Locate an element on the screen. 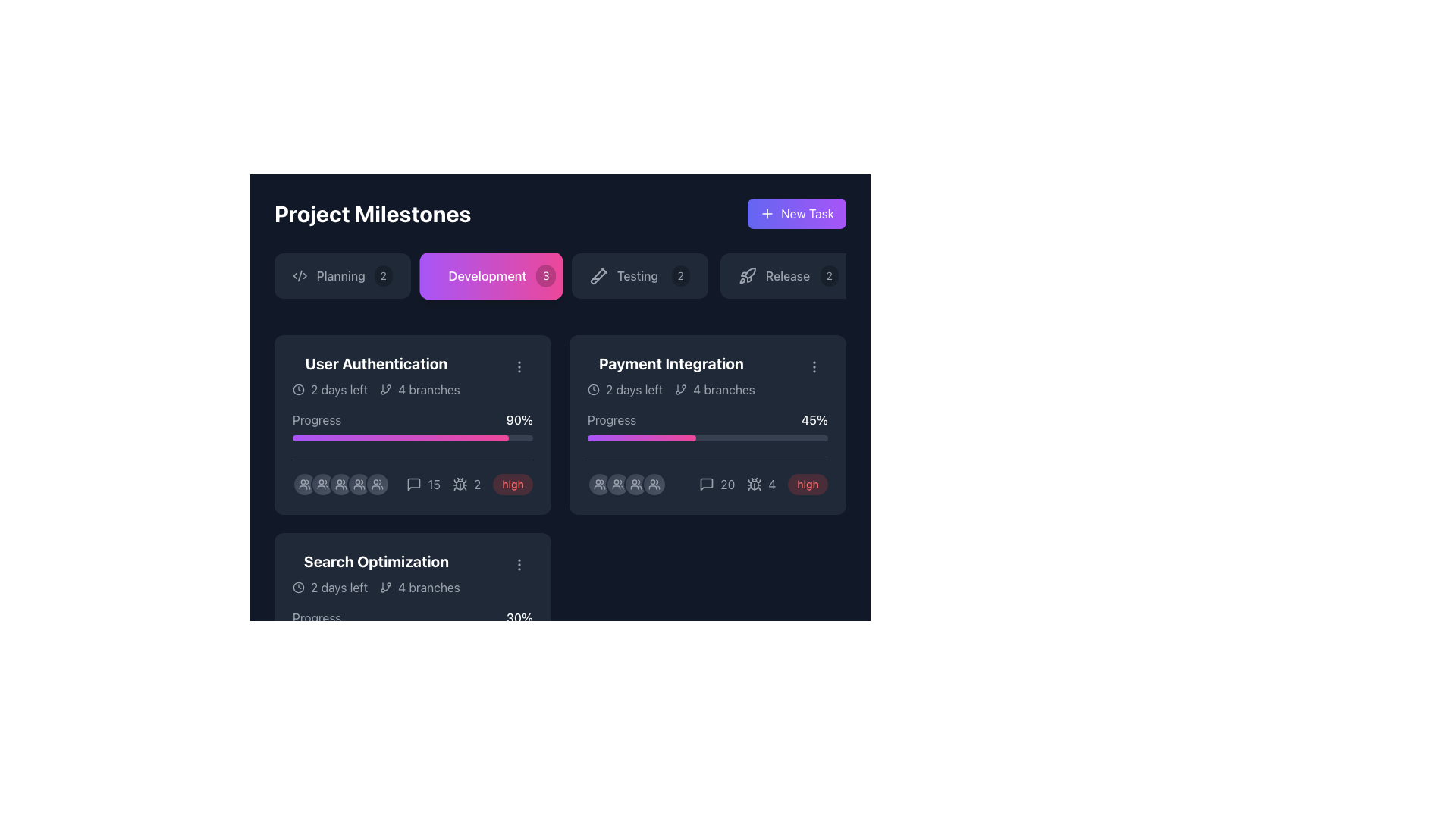  the Text label displaying '4 branches', which is located in the lower-left area of the 'User Authentication' card next to the branching icon is located at coordinates (428, 388).